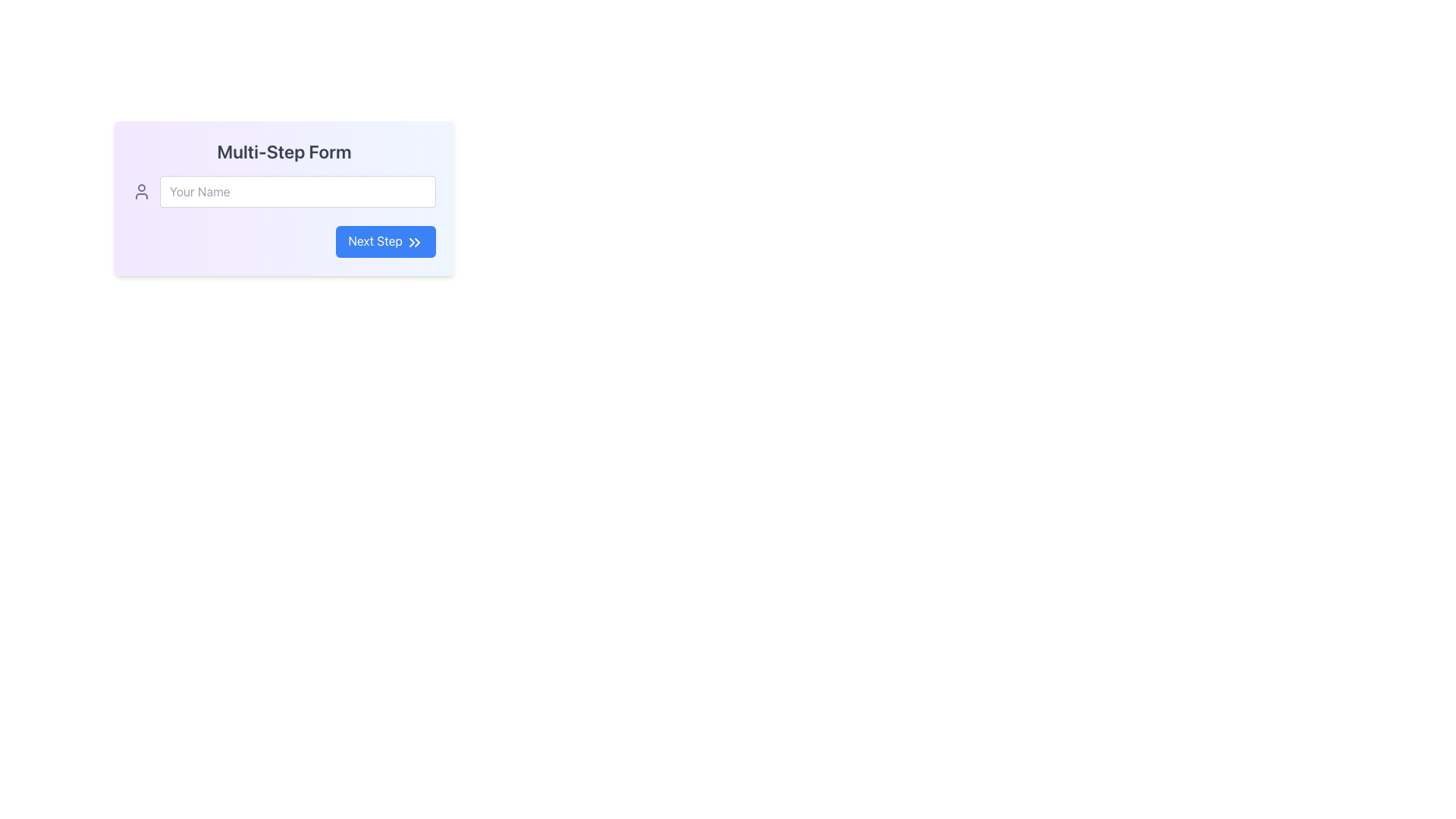 Image resolution: width=1456 pixels, height=819 pixels. Describe the element at coordinates (142, 191) in the screenshot. I see `the user icon, which is a minimalistic outline-style icon with a circular head and shoulders, located to the left of the 'Your Name' text input field` at that location.